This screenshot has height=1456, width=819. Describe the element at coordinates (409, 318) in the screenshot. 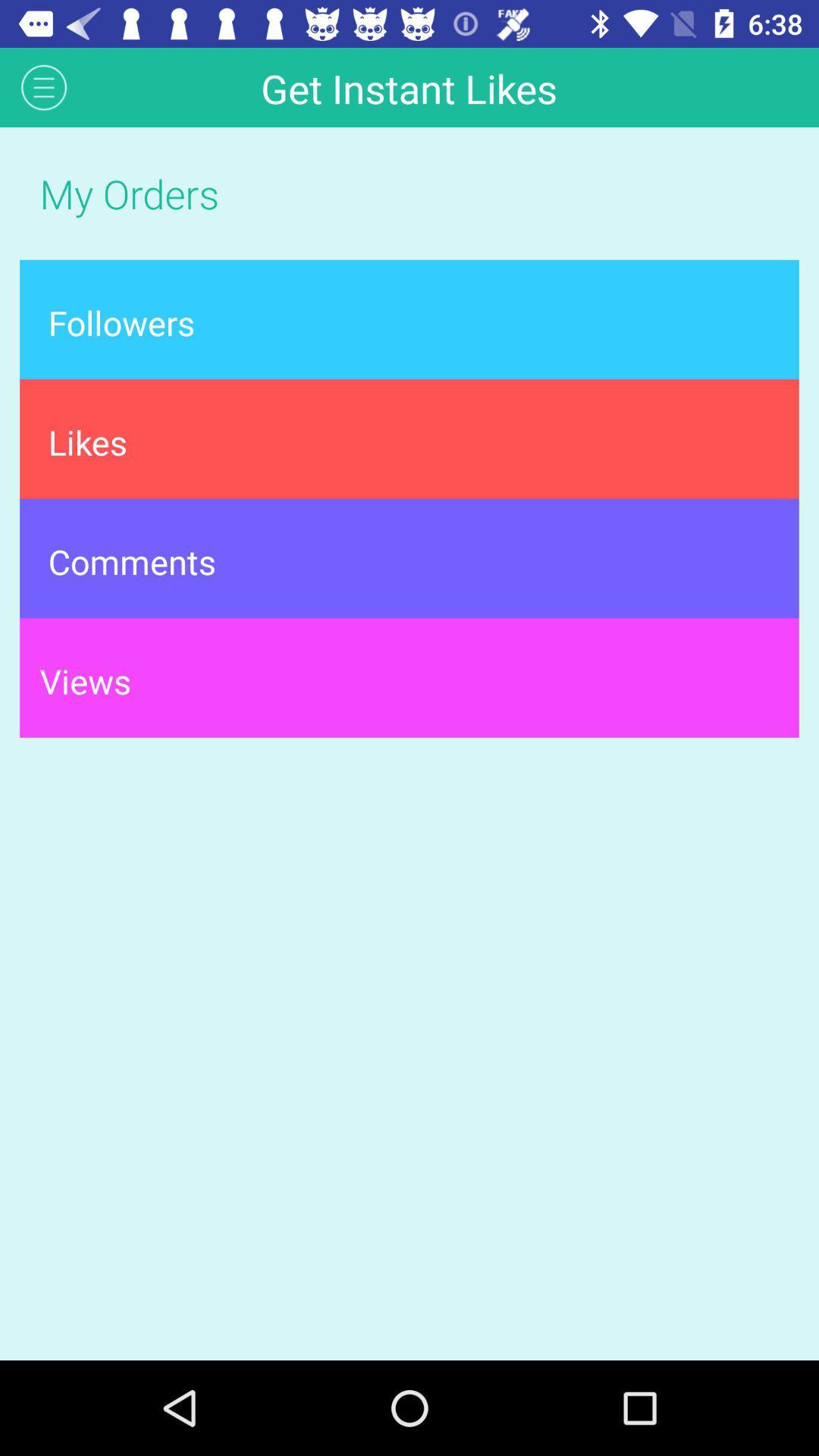

I see `the app above  likes item` at that location.